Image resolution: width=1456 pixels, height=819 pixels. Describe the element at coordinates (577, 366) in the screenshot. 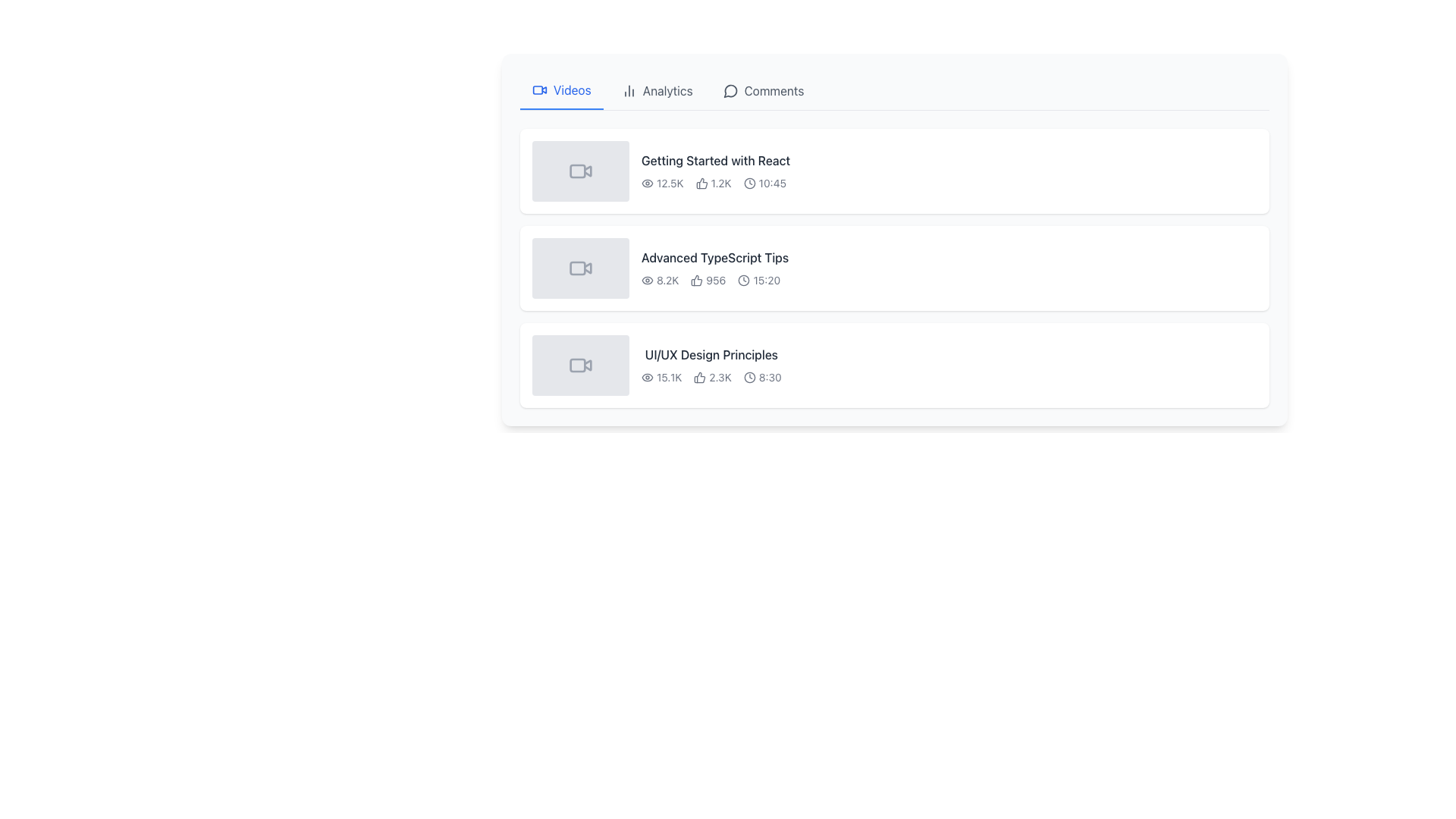

I see `the decorative shape that indicates recording or live broadcast status within the video camera icon for the list item titled 'UI/UX Design Principles', which is the third item in the vertical list of video items` at that location.